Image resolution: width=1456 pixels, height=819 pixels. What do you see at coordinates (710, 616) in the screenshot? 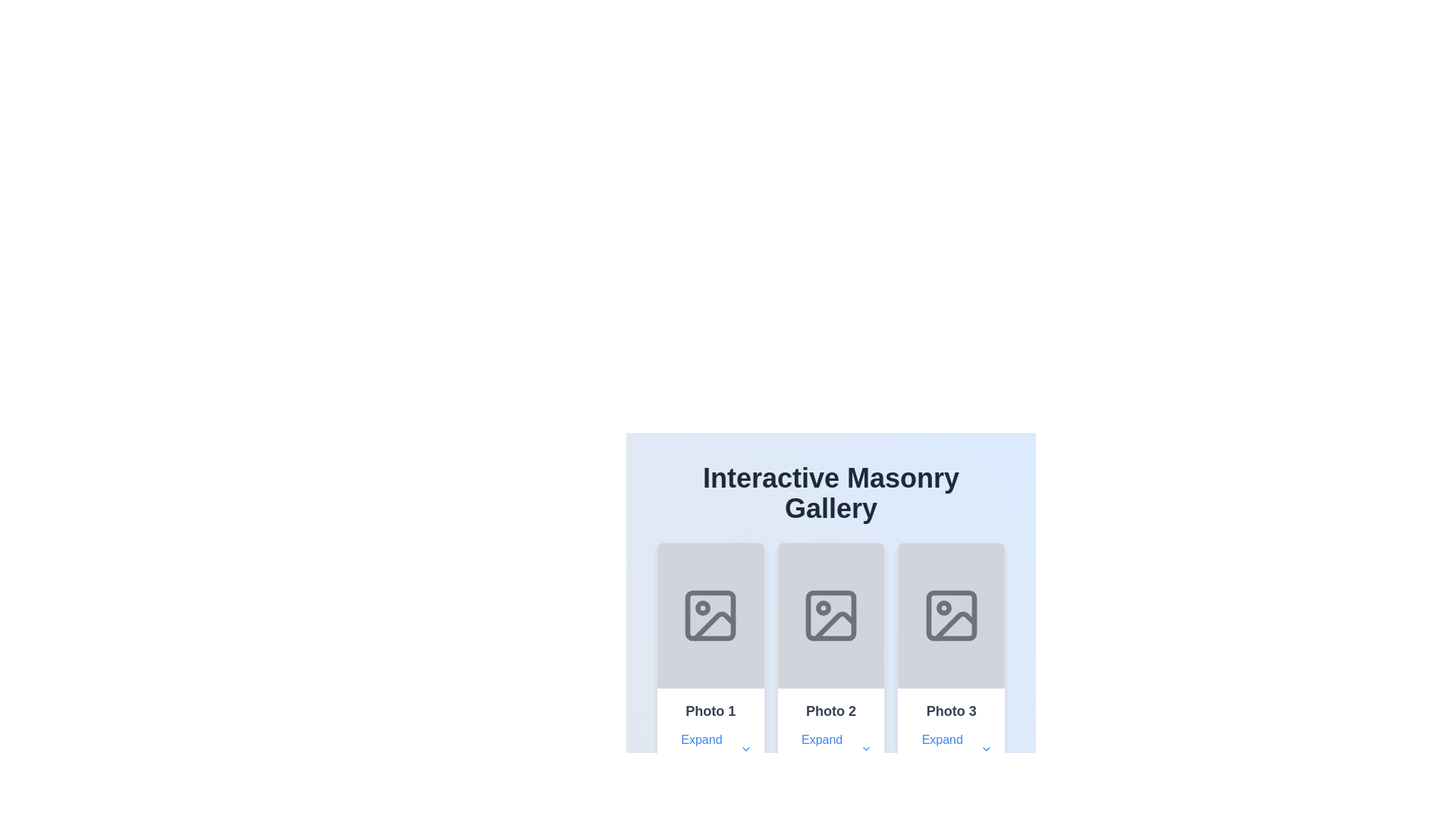
I see `the first icon representing 'Photo 1' in the 'Interactive Masonry Gallery' section` at bounding box center [710, 616].